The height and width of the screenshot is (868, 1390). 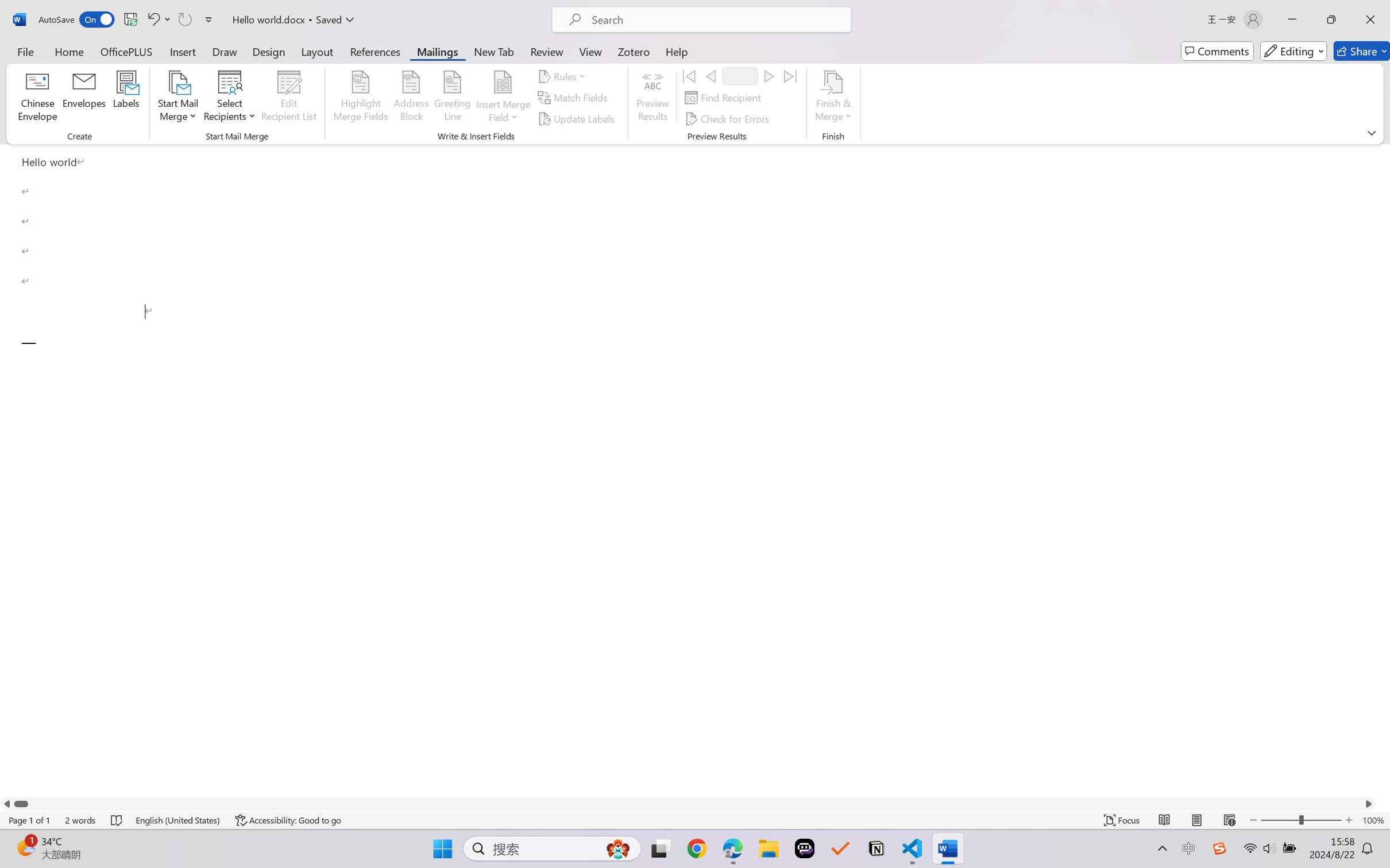 I want to click on 'Select Recipients', so click(x=229, y=98).